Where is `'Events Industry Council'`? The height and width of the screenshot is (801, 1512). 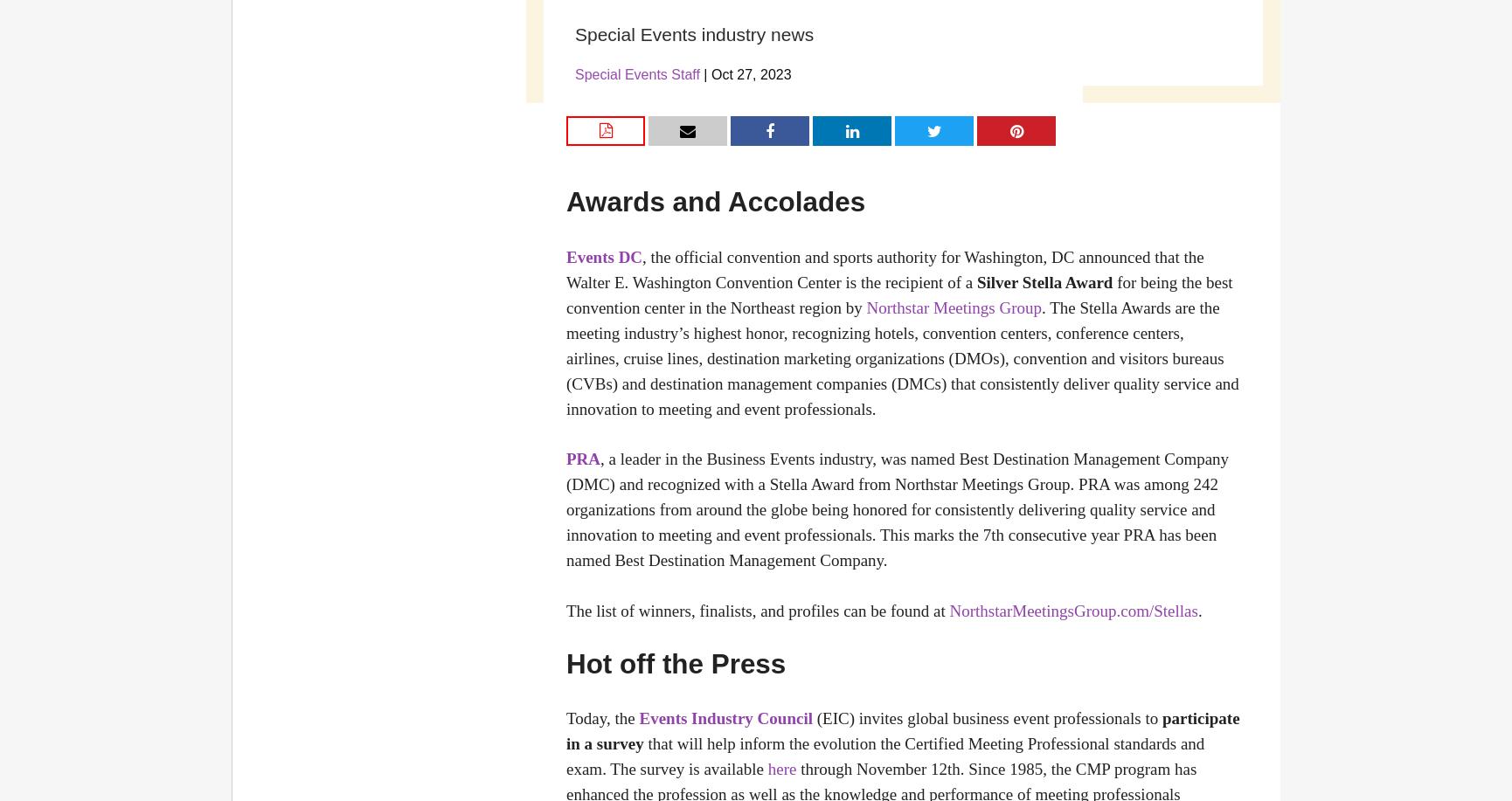
'Events Industry Council' is located at coordinates (725, 718).